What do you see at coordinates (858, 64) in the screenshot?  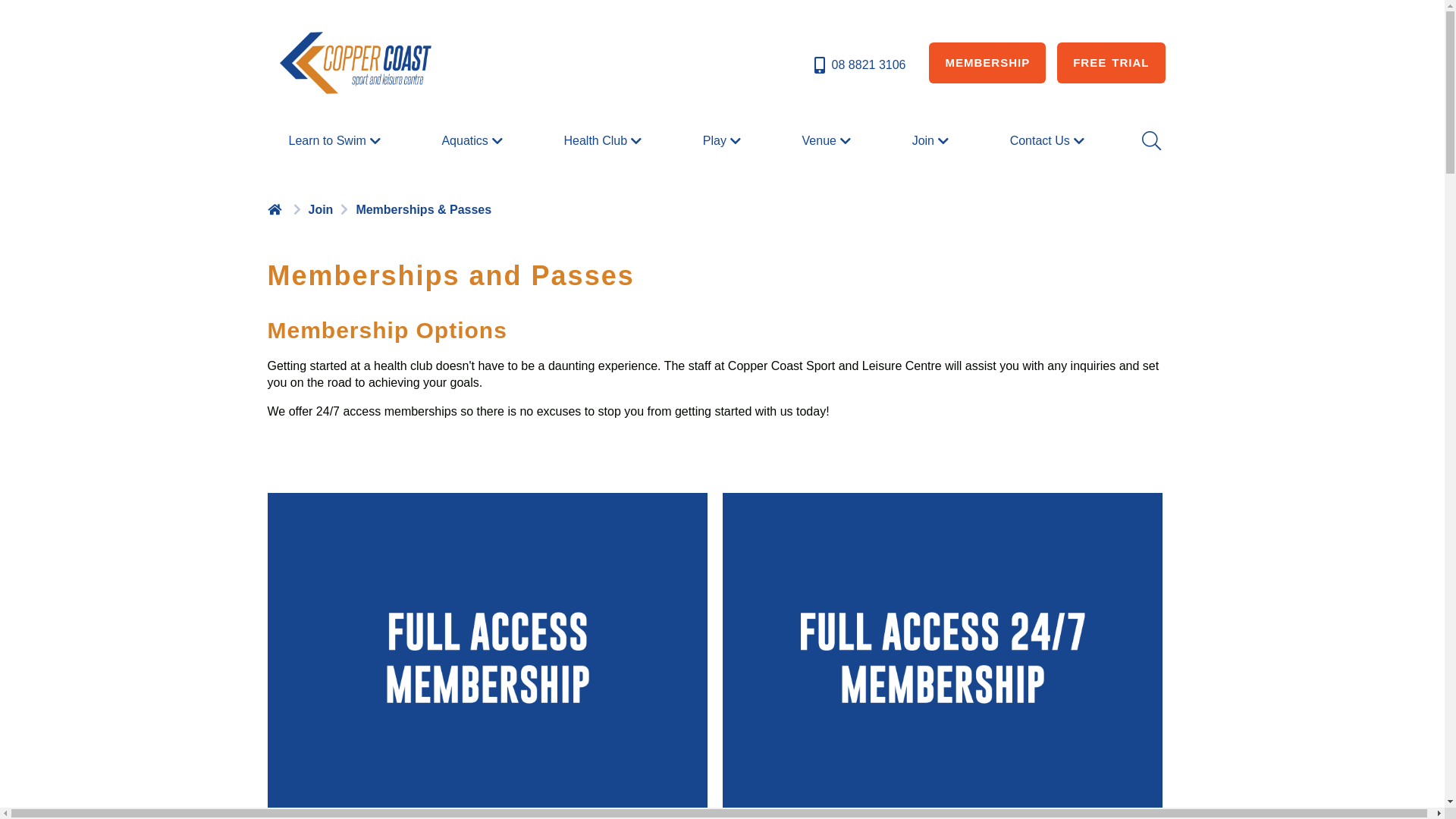 I see `'08 8821 3106'` at bounding box center [858, 64].